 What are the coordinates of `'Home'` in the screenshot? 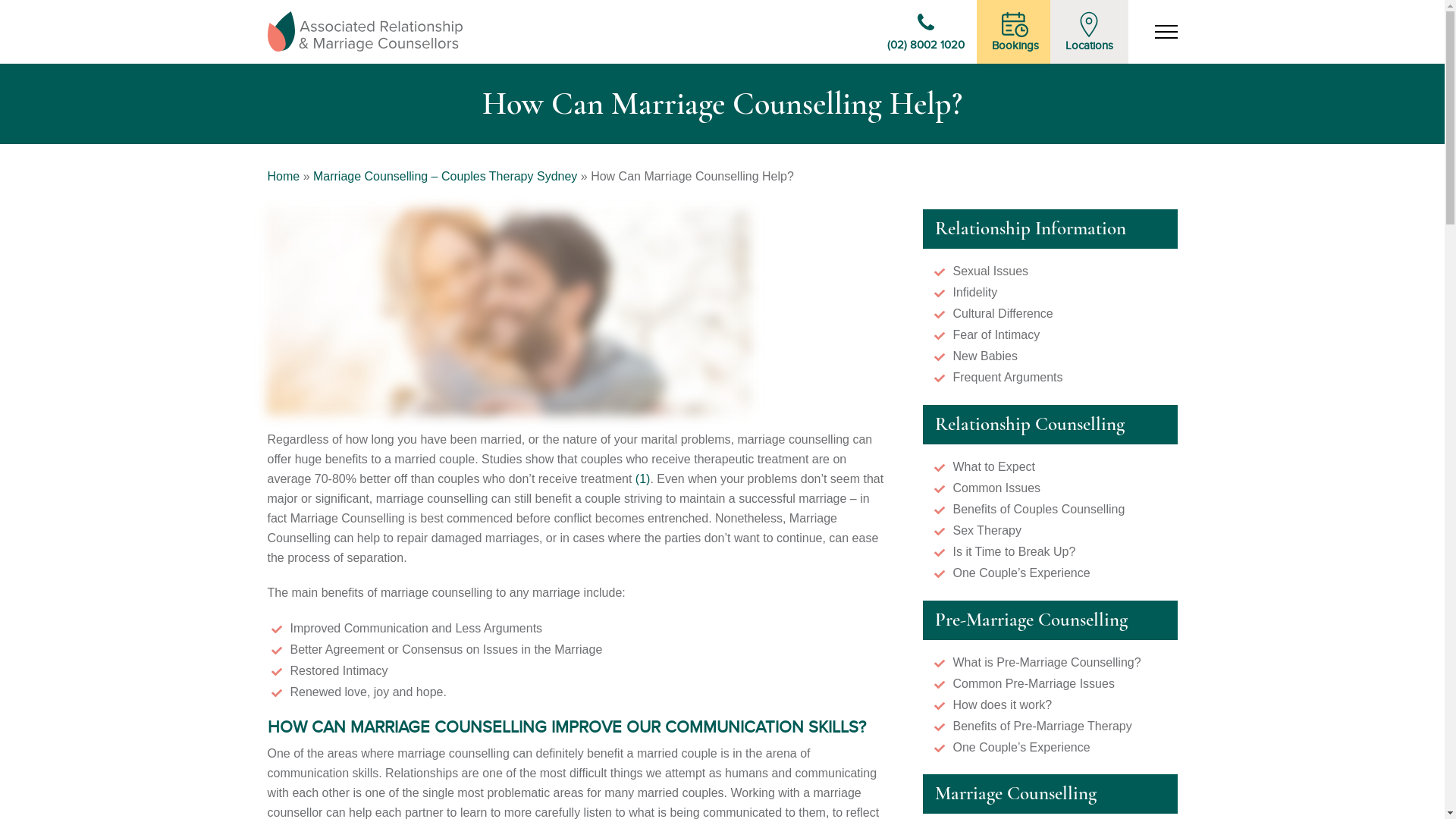 It's located at (266, 175).